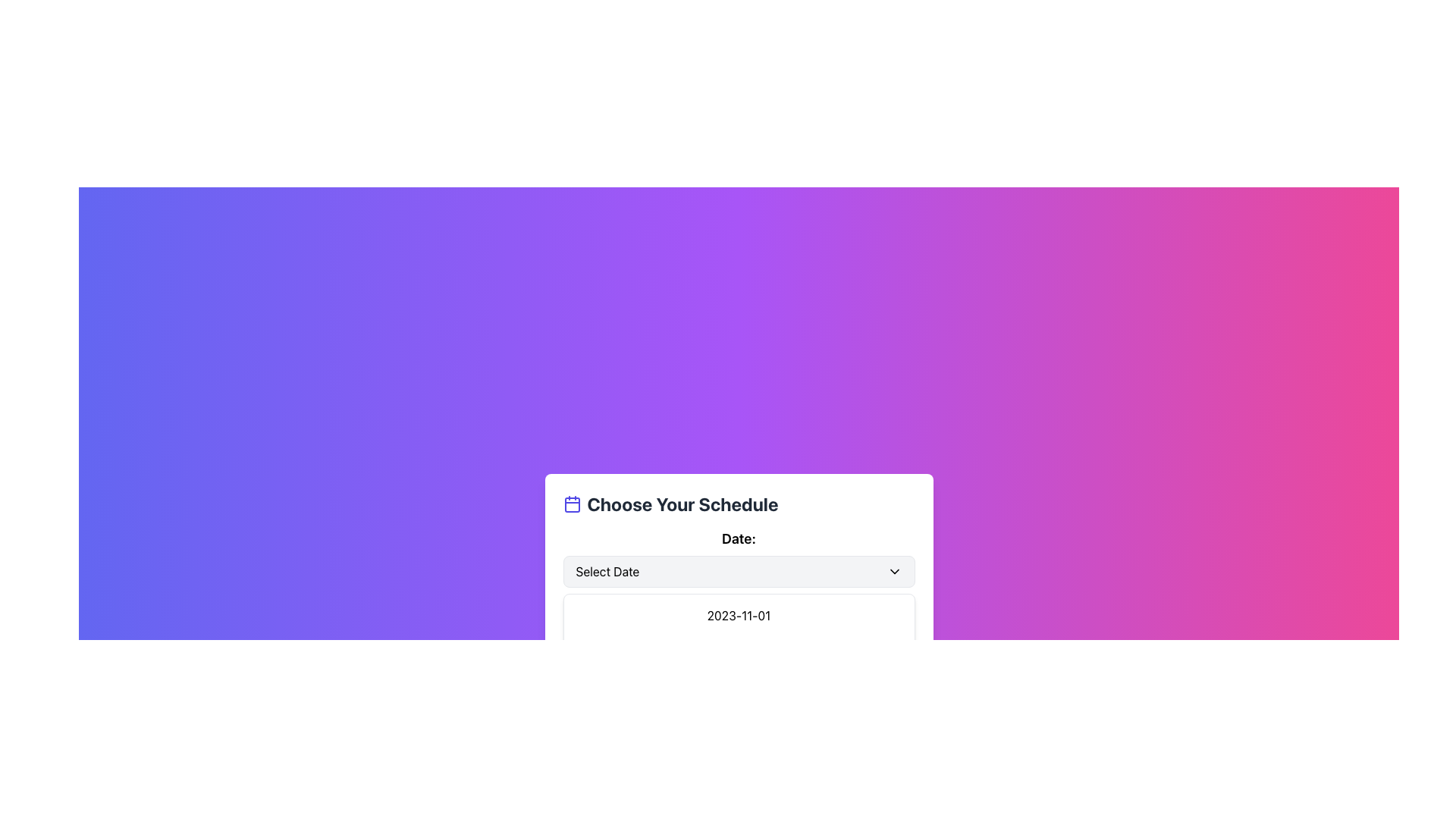  What do you see at coordinates (739, 629) in the screenshot?
I see `the list item displaying the date '2023-11-01' in the dropdown menu` at bounding box center [739, 629].